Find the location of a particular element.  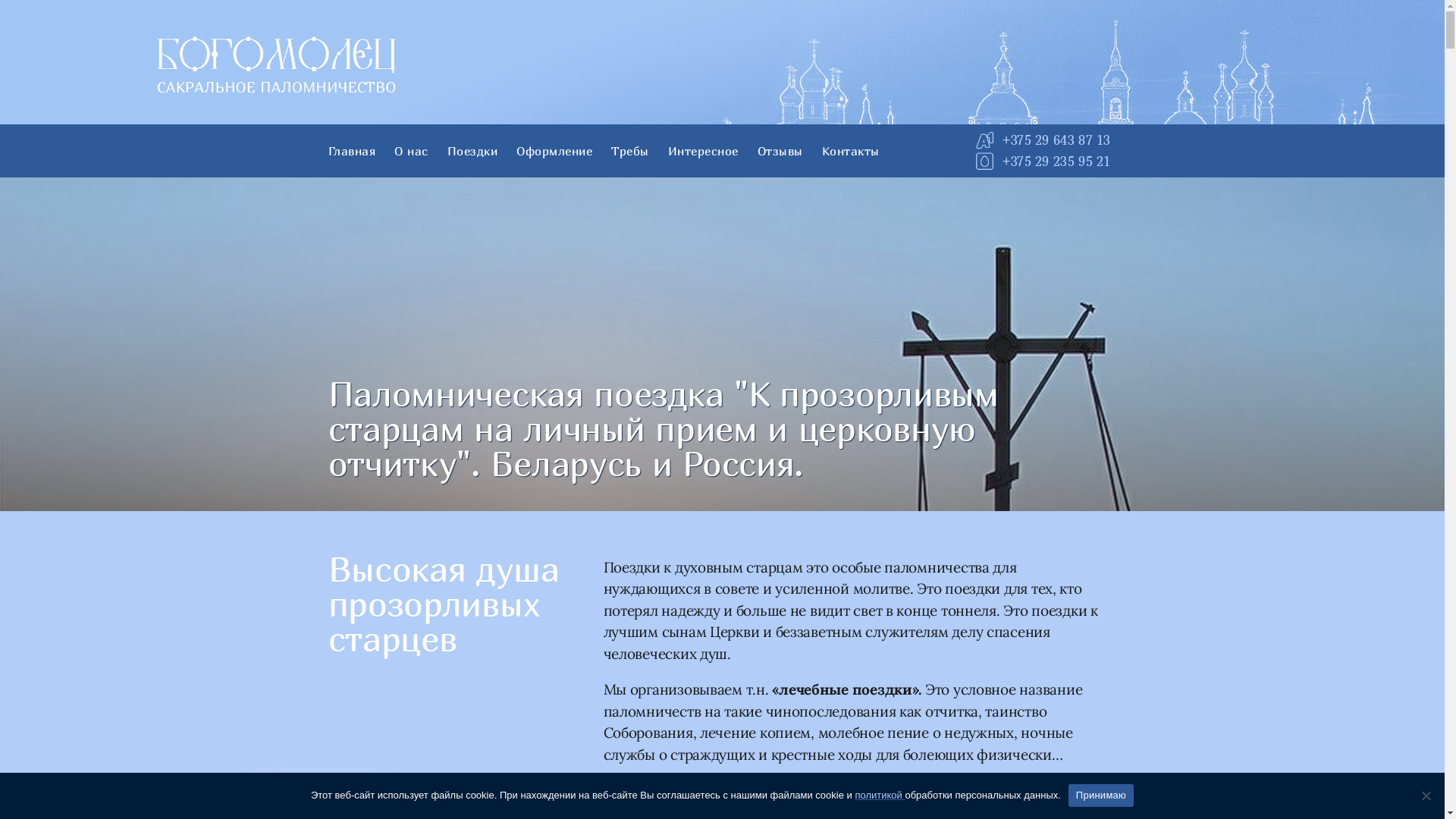

'+375 29 235 95 21' is located at coordinates (1001, 161).